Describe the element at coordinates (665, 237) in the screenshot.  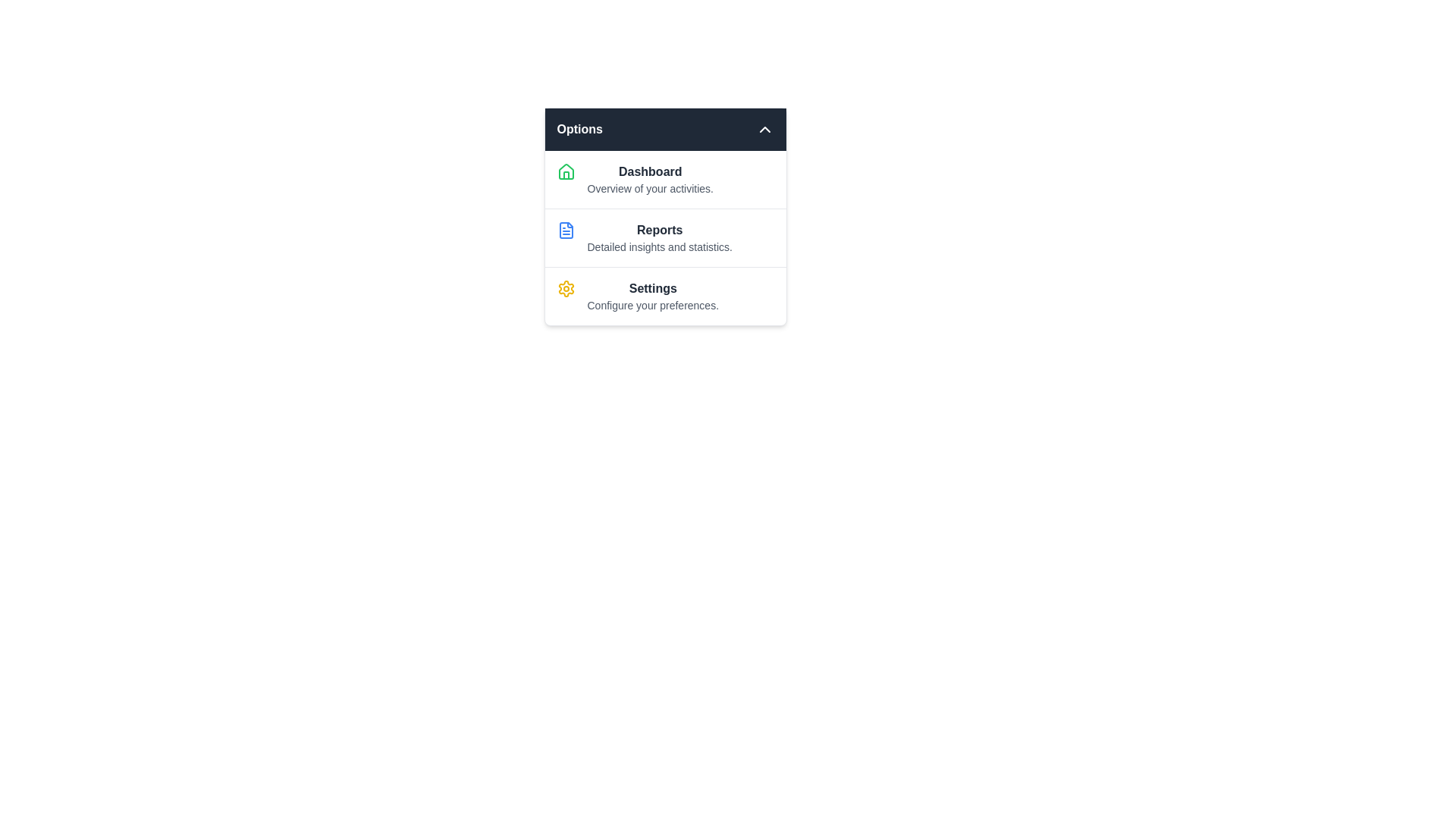
I see `the 'Reports' menu item in the dropdown menu to navigate` at that location.